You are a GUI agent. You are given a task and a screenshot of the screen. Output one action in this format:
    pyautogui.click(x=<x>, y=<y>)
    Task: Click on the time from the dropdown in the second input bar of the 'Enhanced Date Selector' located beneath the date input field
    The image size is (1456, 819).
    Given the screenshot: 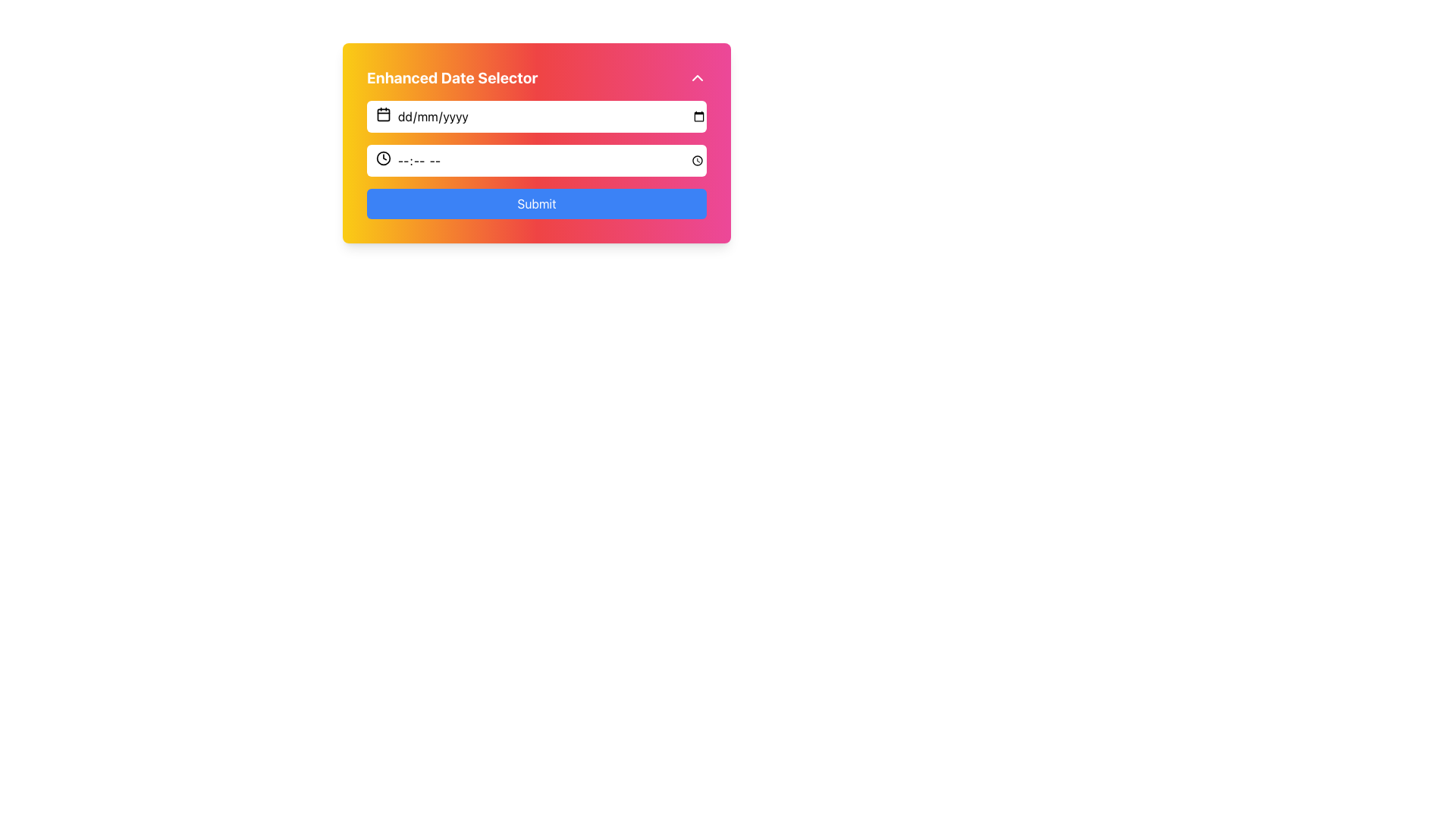 What is the action you would take?
    pyautogui.click(x=537, y=161)
    